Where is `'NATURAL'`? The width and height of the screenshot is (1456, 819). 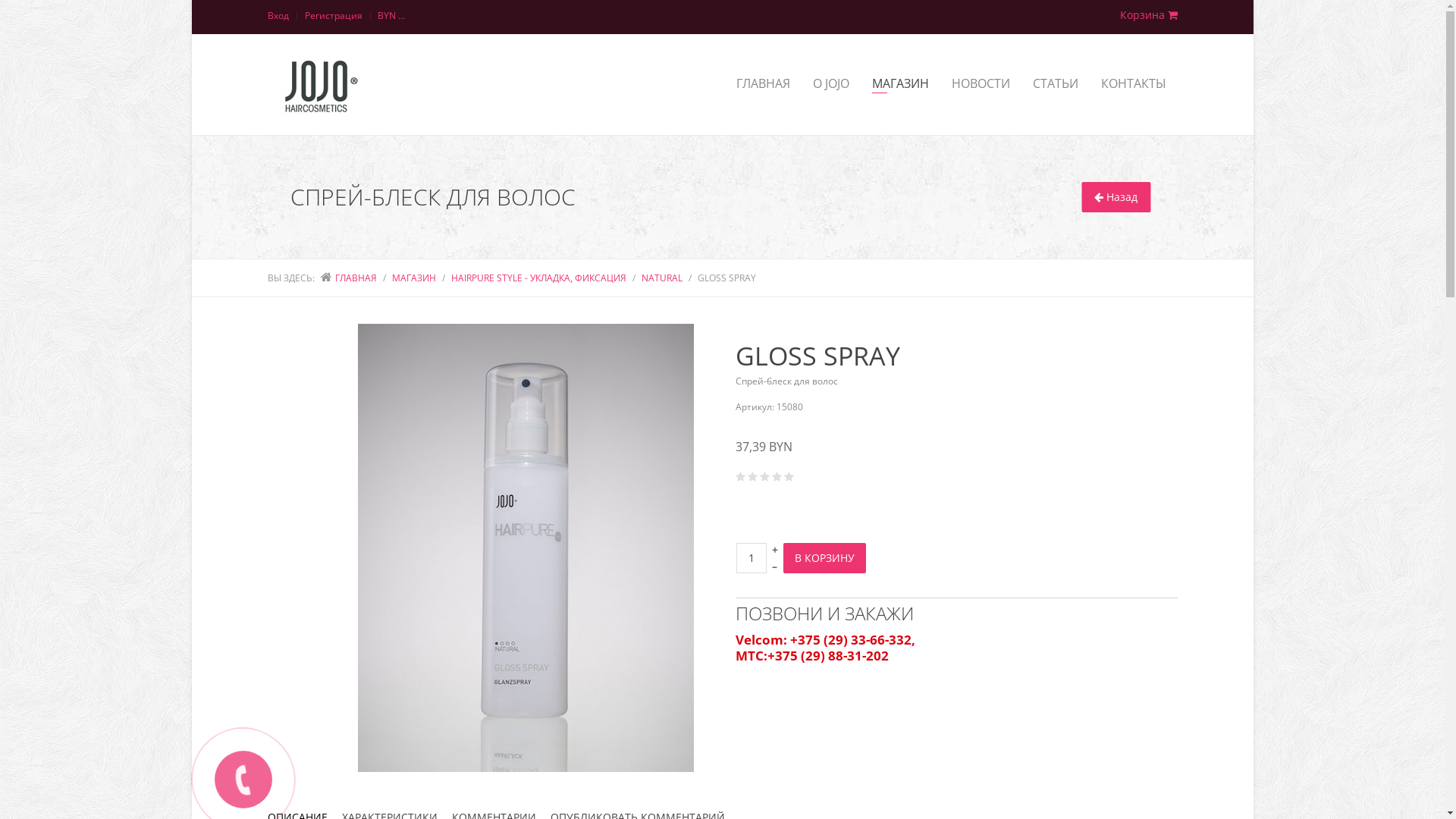 'NATURAL' is located at coordinates (662, 278).